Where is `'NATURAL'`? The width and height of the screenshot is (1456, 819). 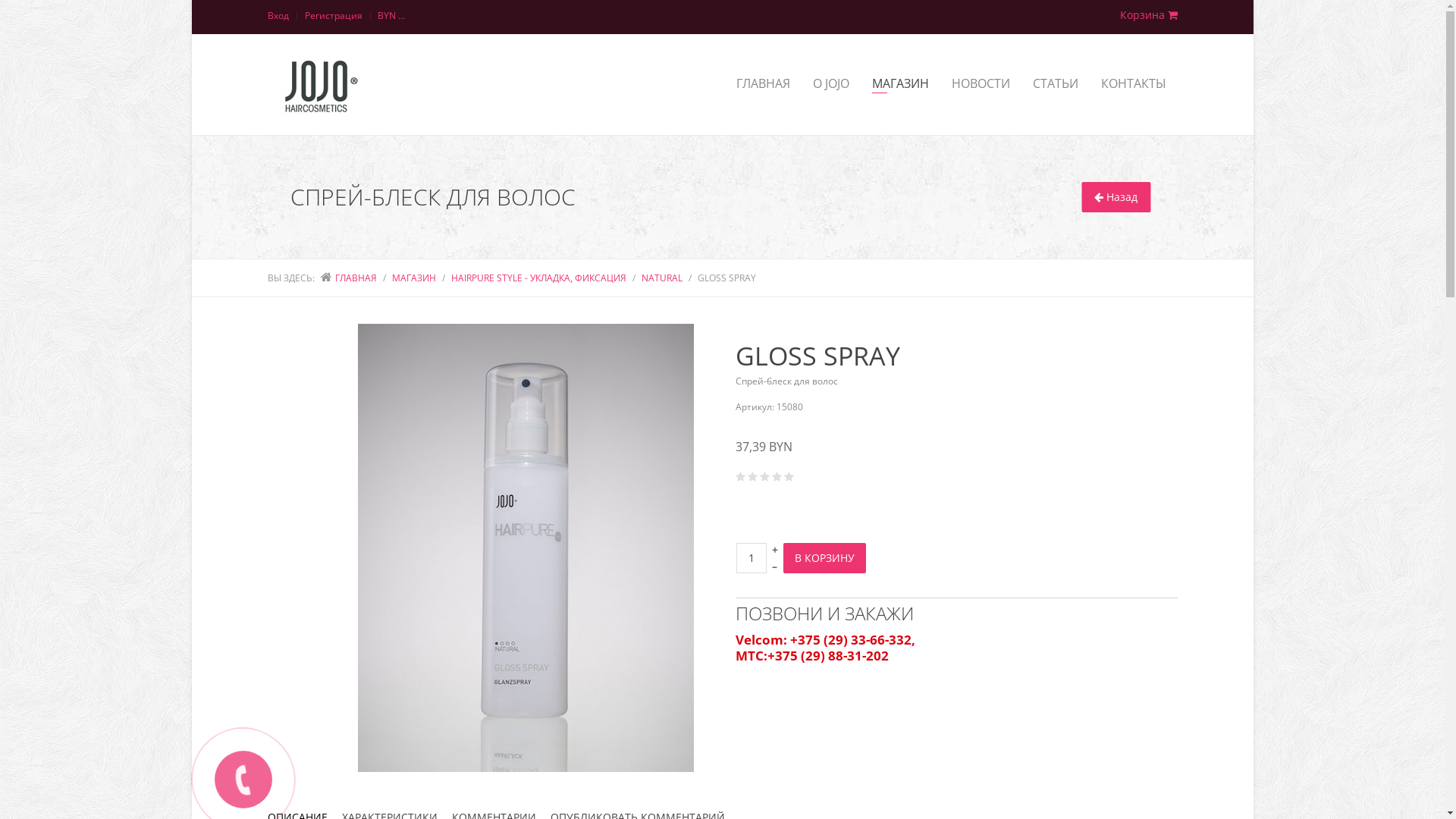 'NATURAL' is located at coordinates (662, 278).